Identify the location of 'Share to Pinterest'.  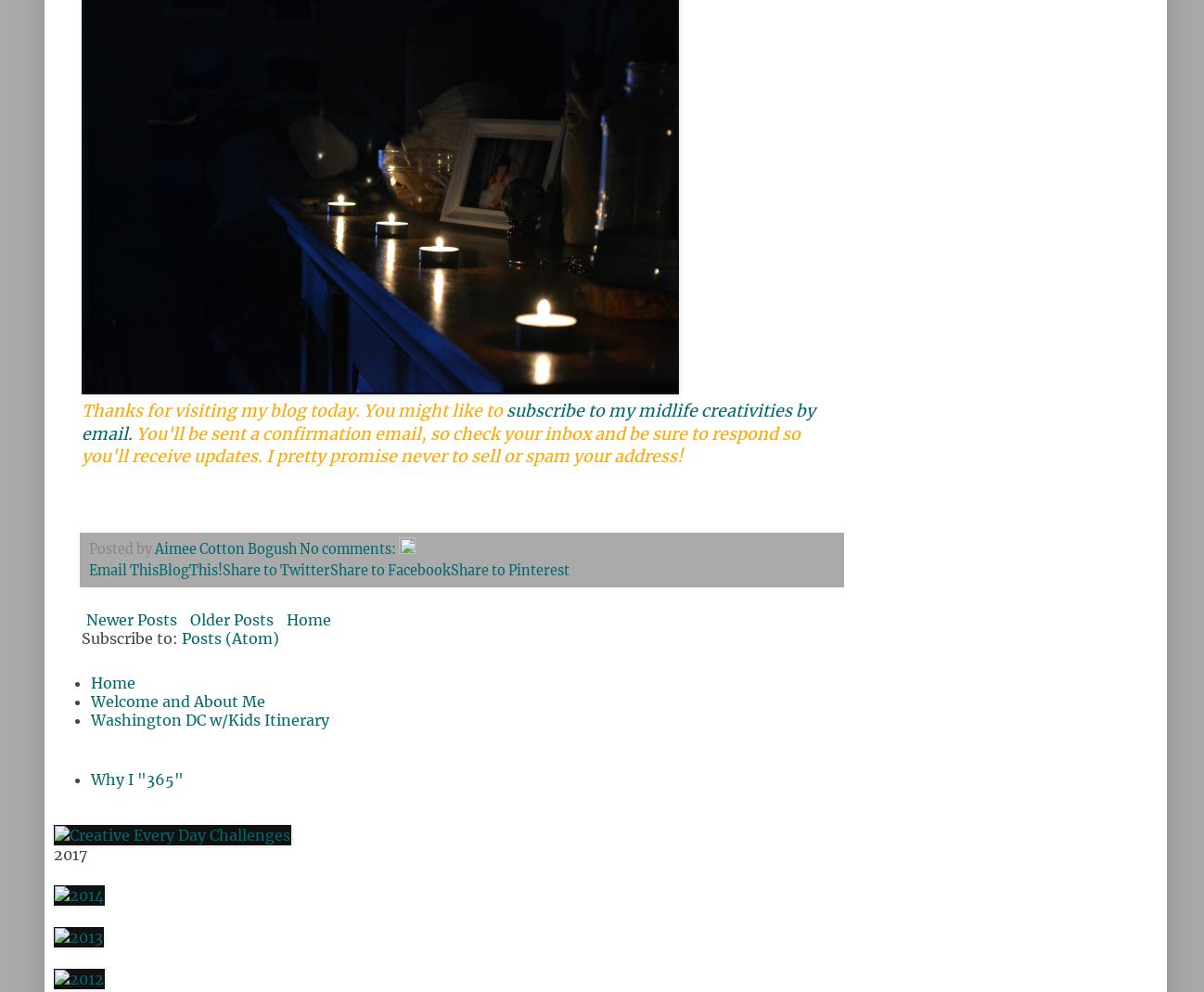
(508, 570).